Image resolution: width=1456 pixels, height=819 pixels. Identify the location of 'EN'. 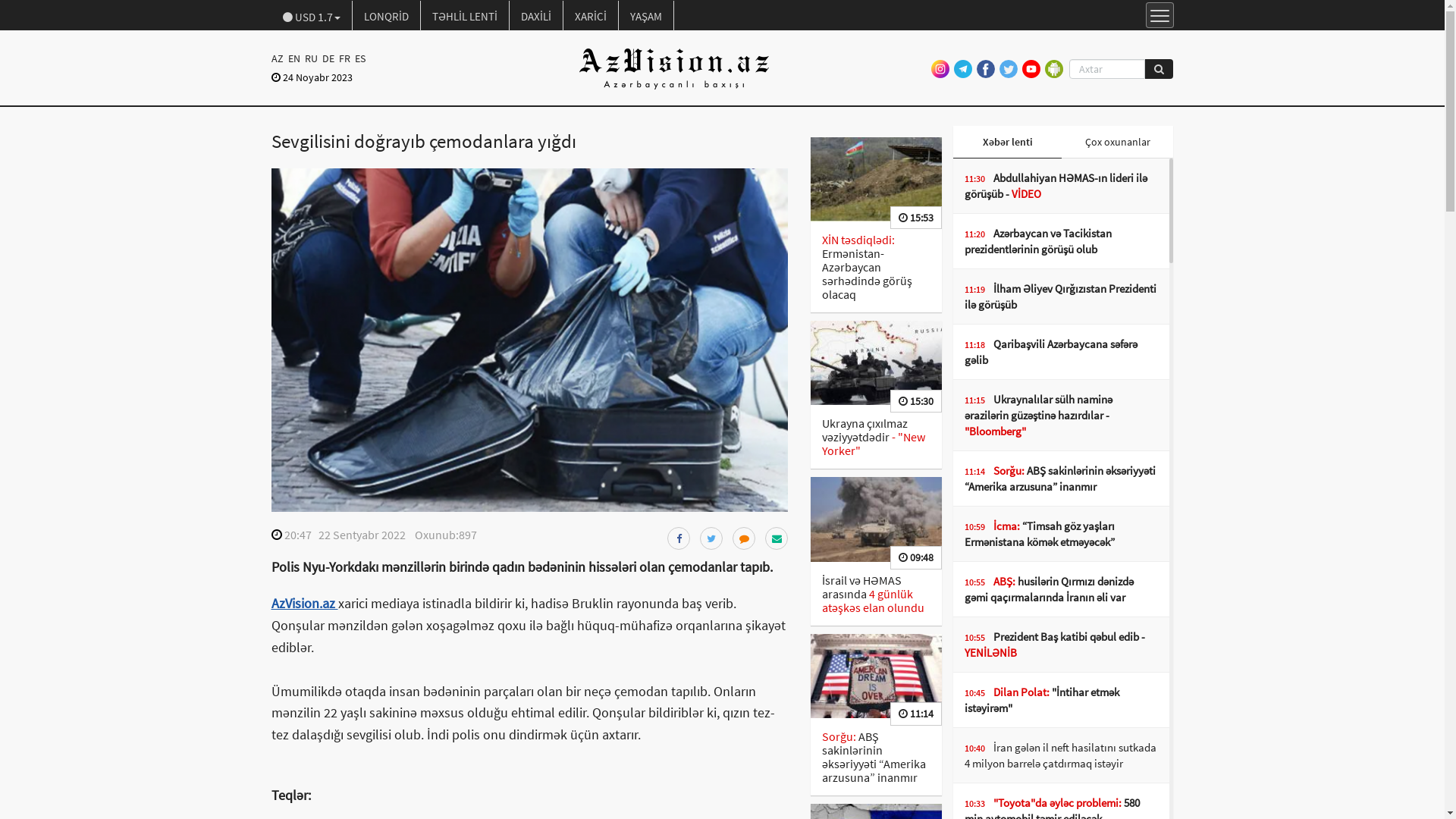
(284, 58).